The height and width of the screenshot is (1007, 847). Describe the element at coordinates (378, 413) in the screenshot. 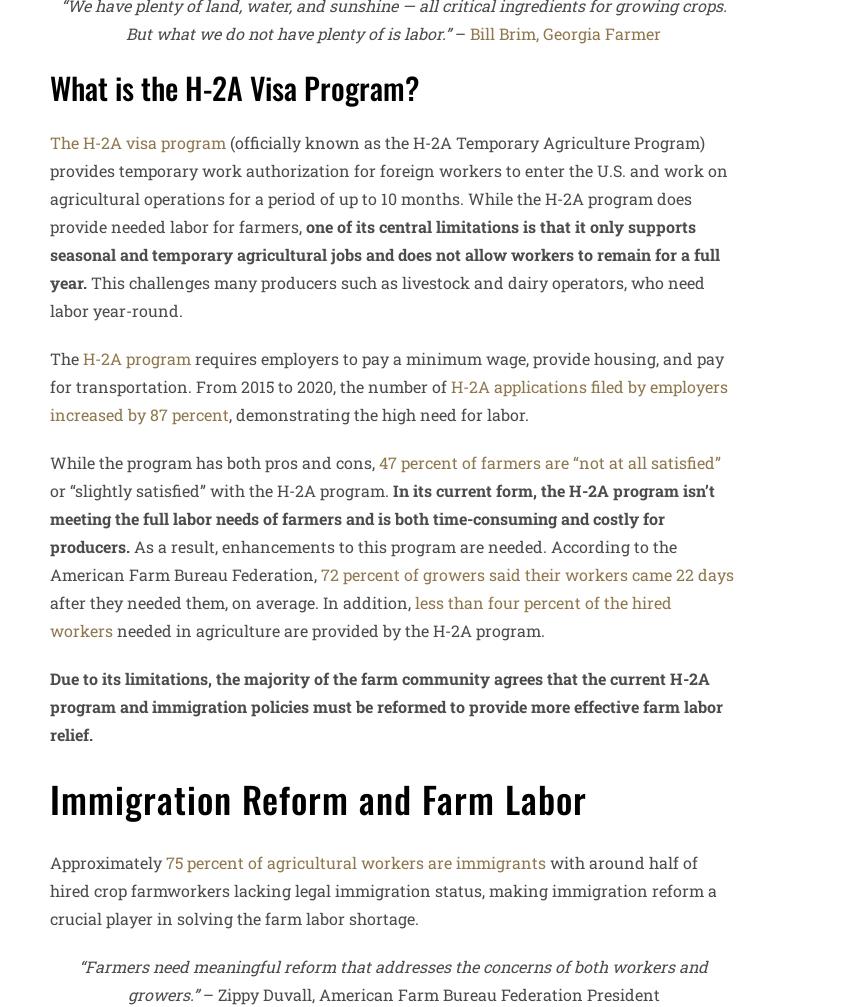

I see `', demonstrating the high need for labor.'` at that location.